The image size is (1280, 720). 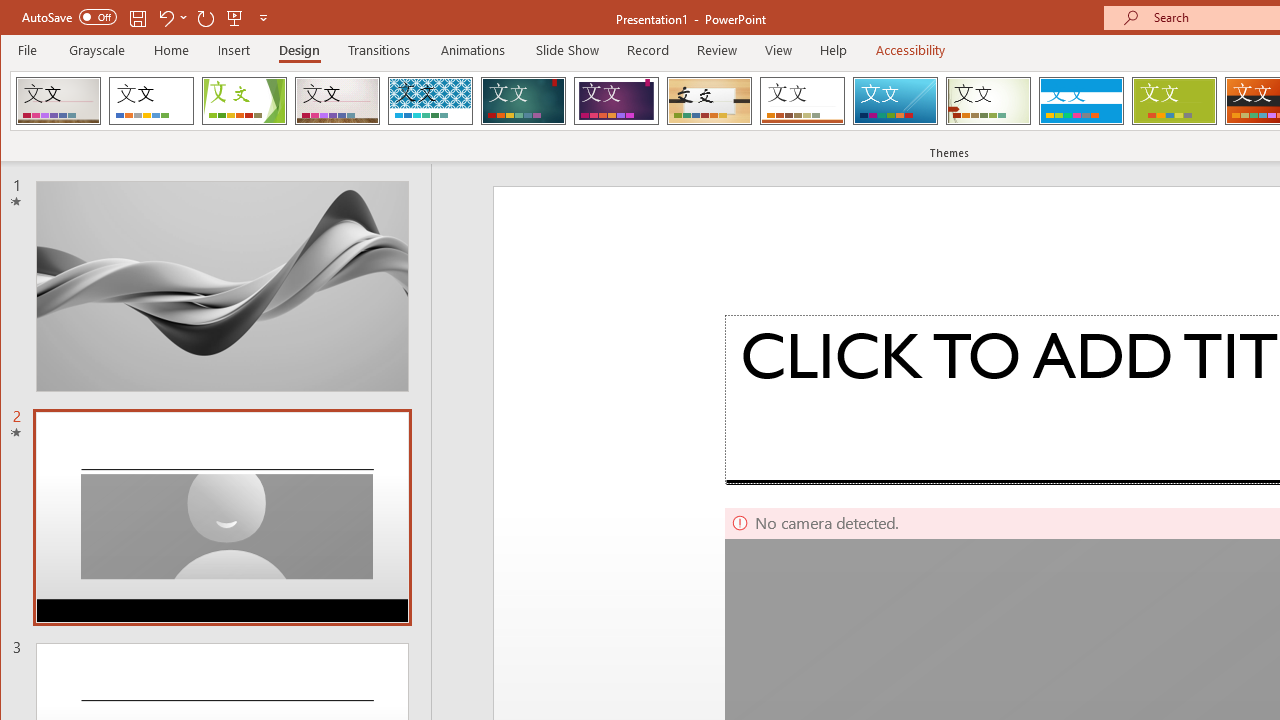 I want to click on 'Banded', so click(x=1080, y=100).